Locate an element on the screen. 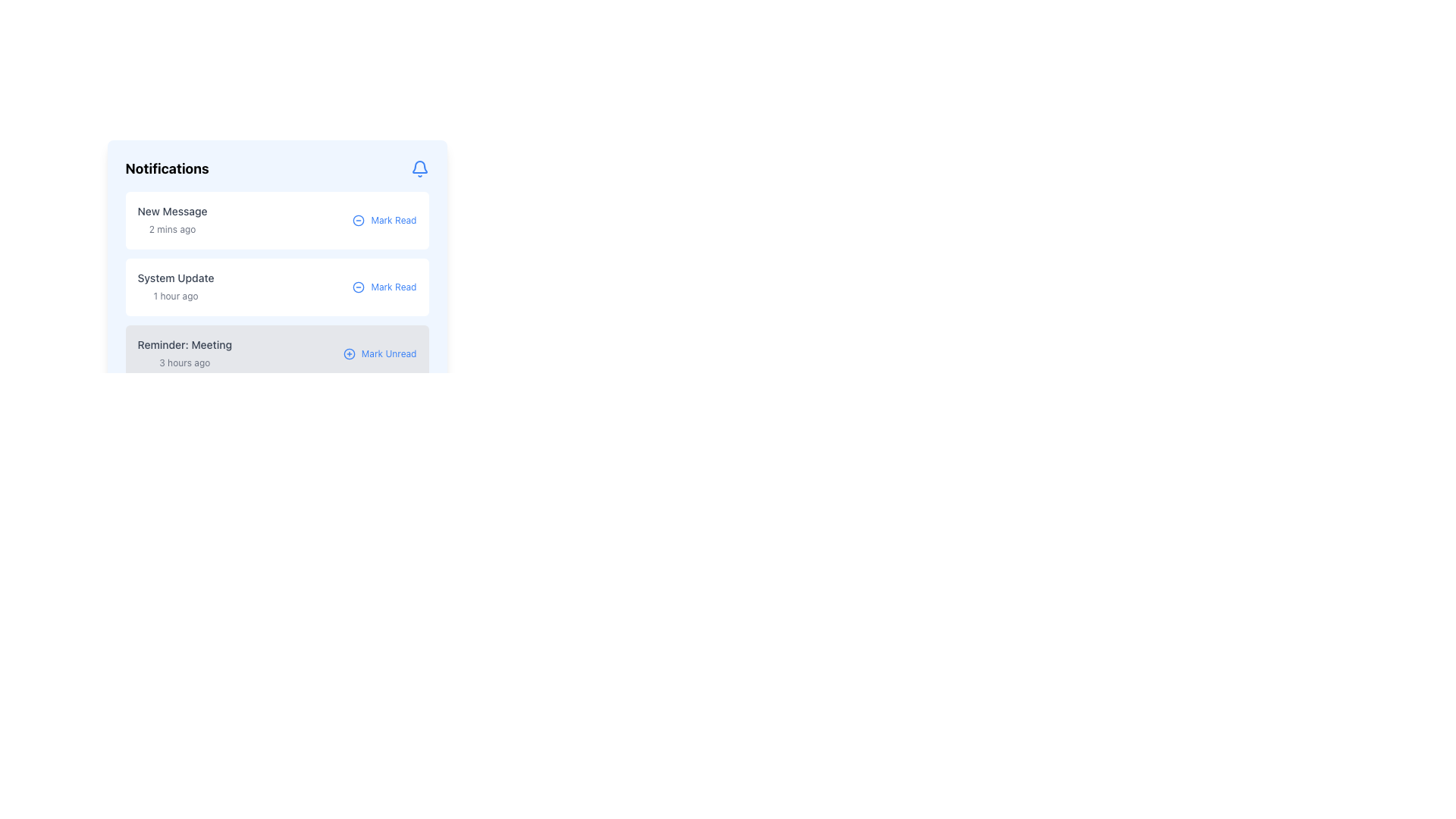 The image size is (1456, 819). the 'Mark Read' button with a blue text and an icon of a circle with a minus symbol, located in the top notification card of the notification panel is located at coordinates (384, 220).